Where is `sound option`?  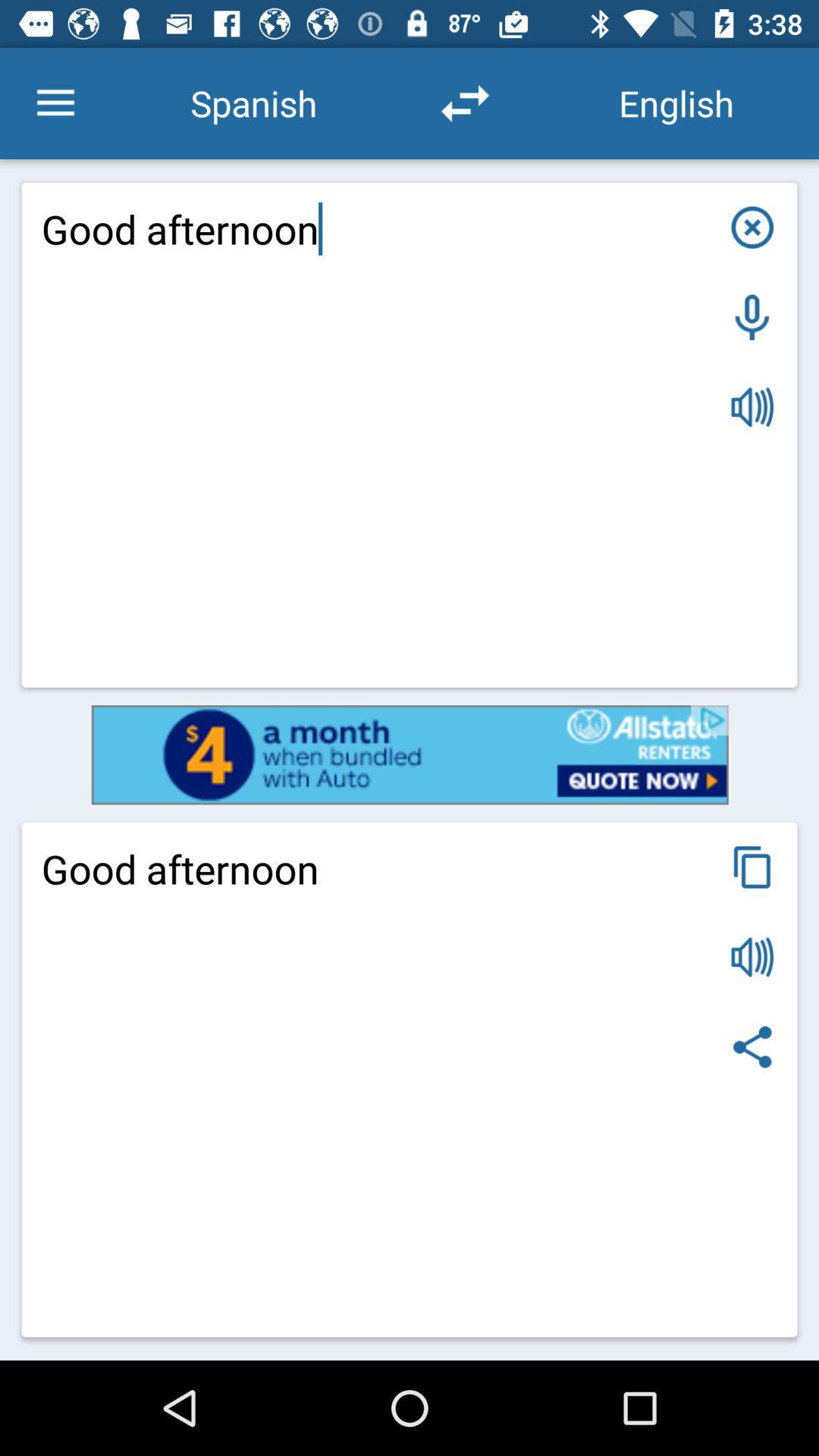
sound option is located at coordinates (752, 956).